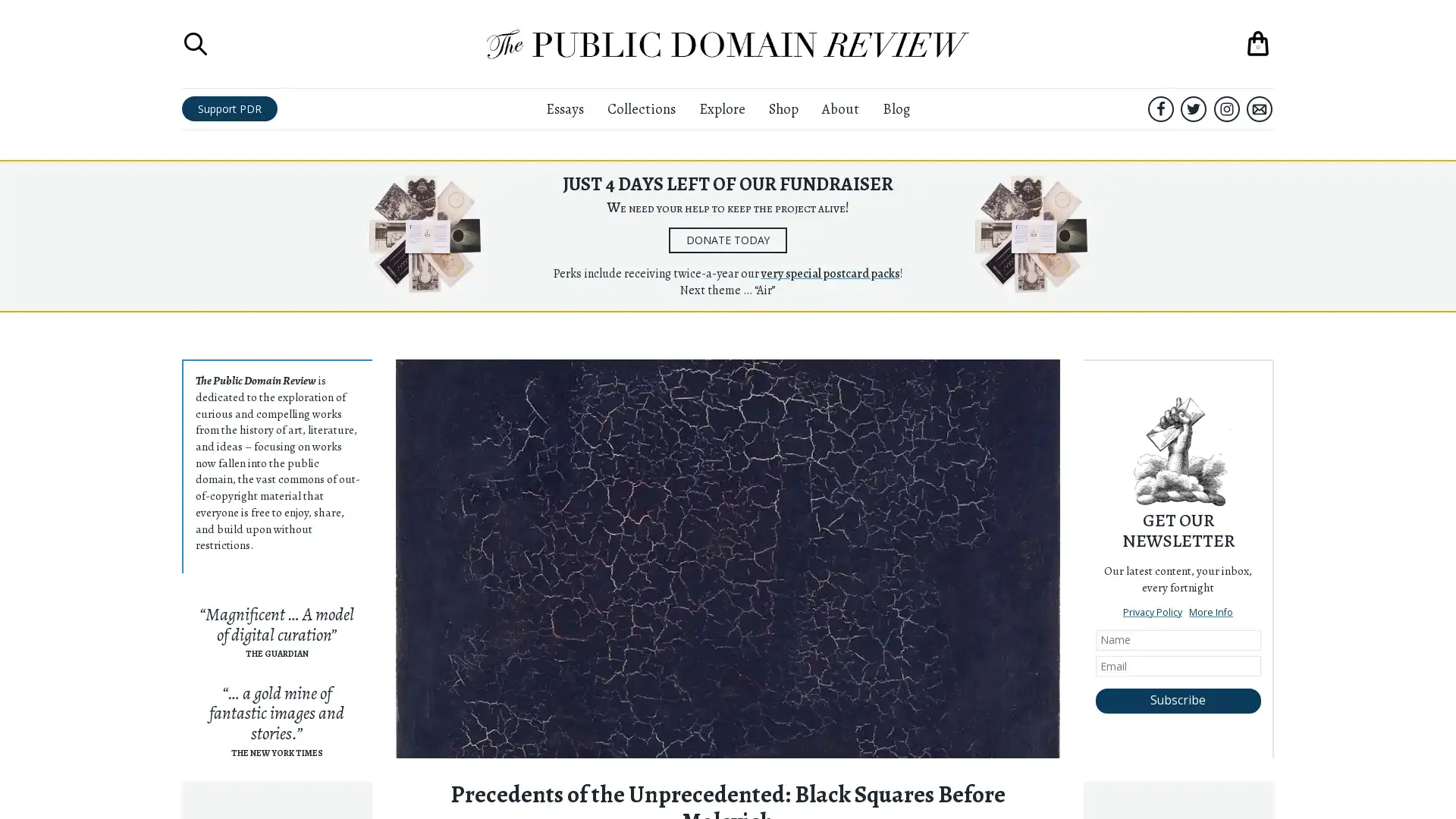  Describe the element at coordinates (1177, 701) in the screenshot. I see `Subscribe` at that location.